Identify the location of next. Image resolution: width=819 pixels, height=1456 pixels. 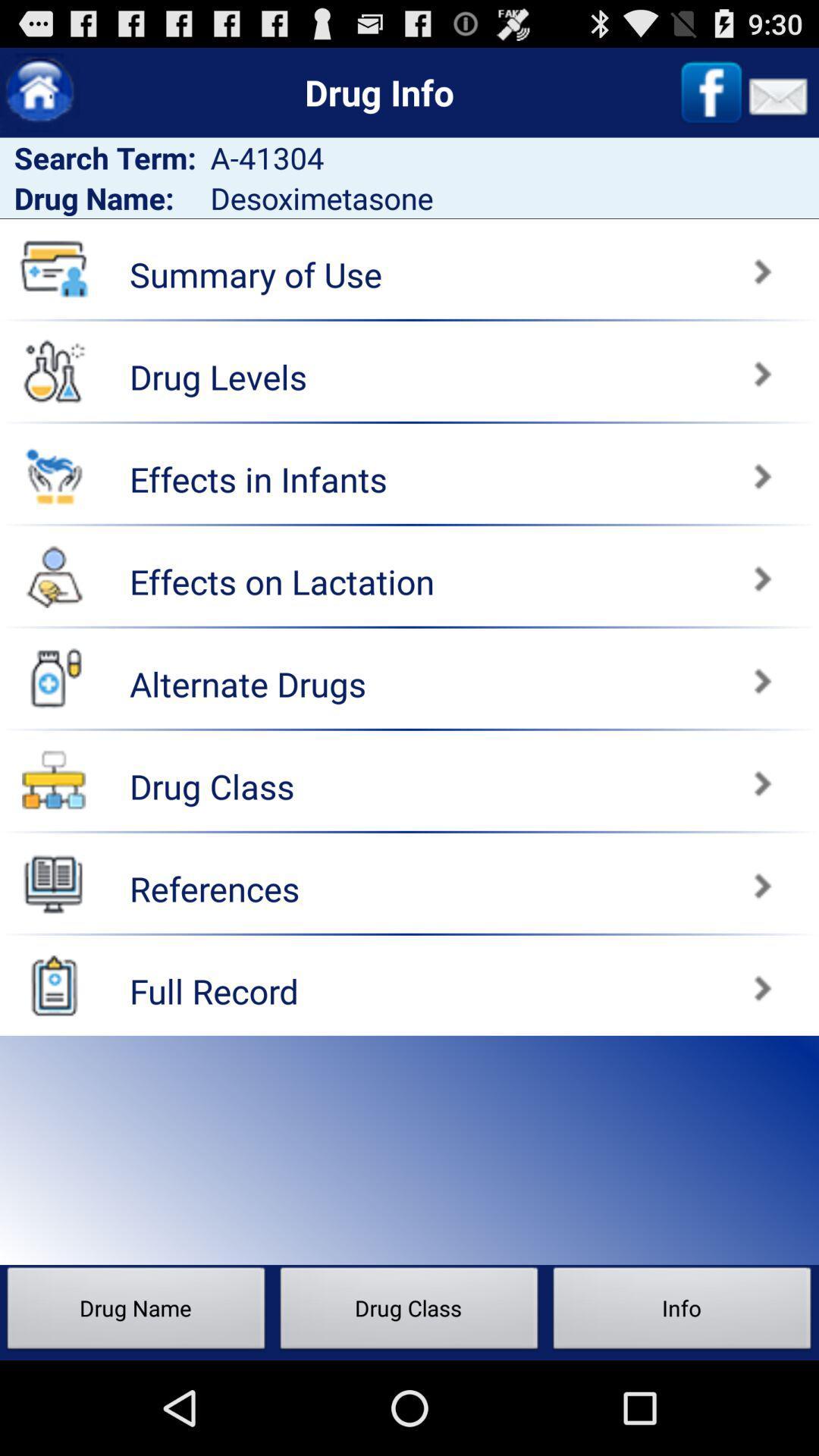
(617, 673).